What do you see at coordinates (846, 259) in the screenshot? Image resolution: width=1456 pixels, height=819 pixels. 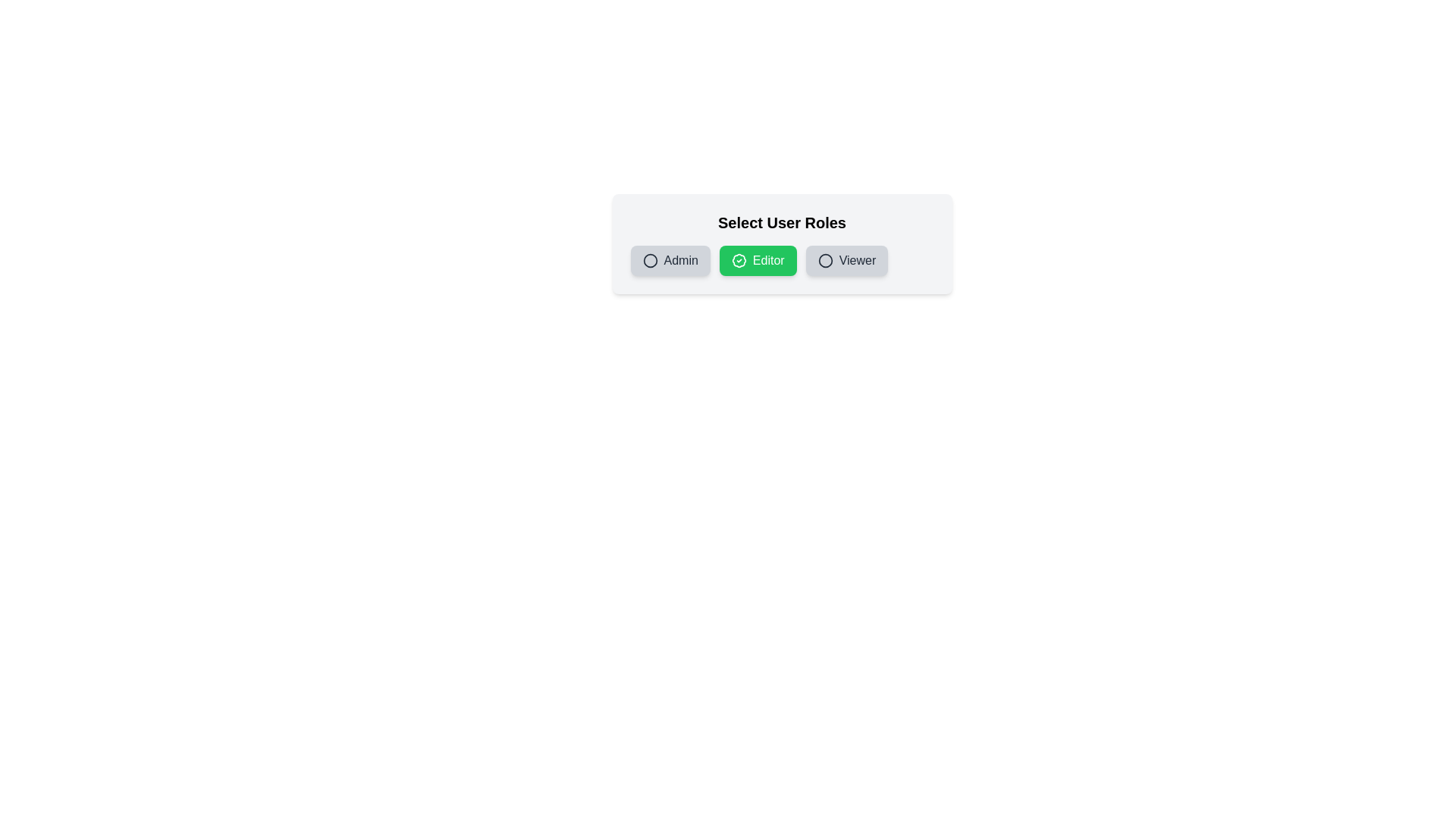 I see `the role Viewer by clicking its button` at bounding box center [846, 259].